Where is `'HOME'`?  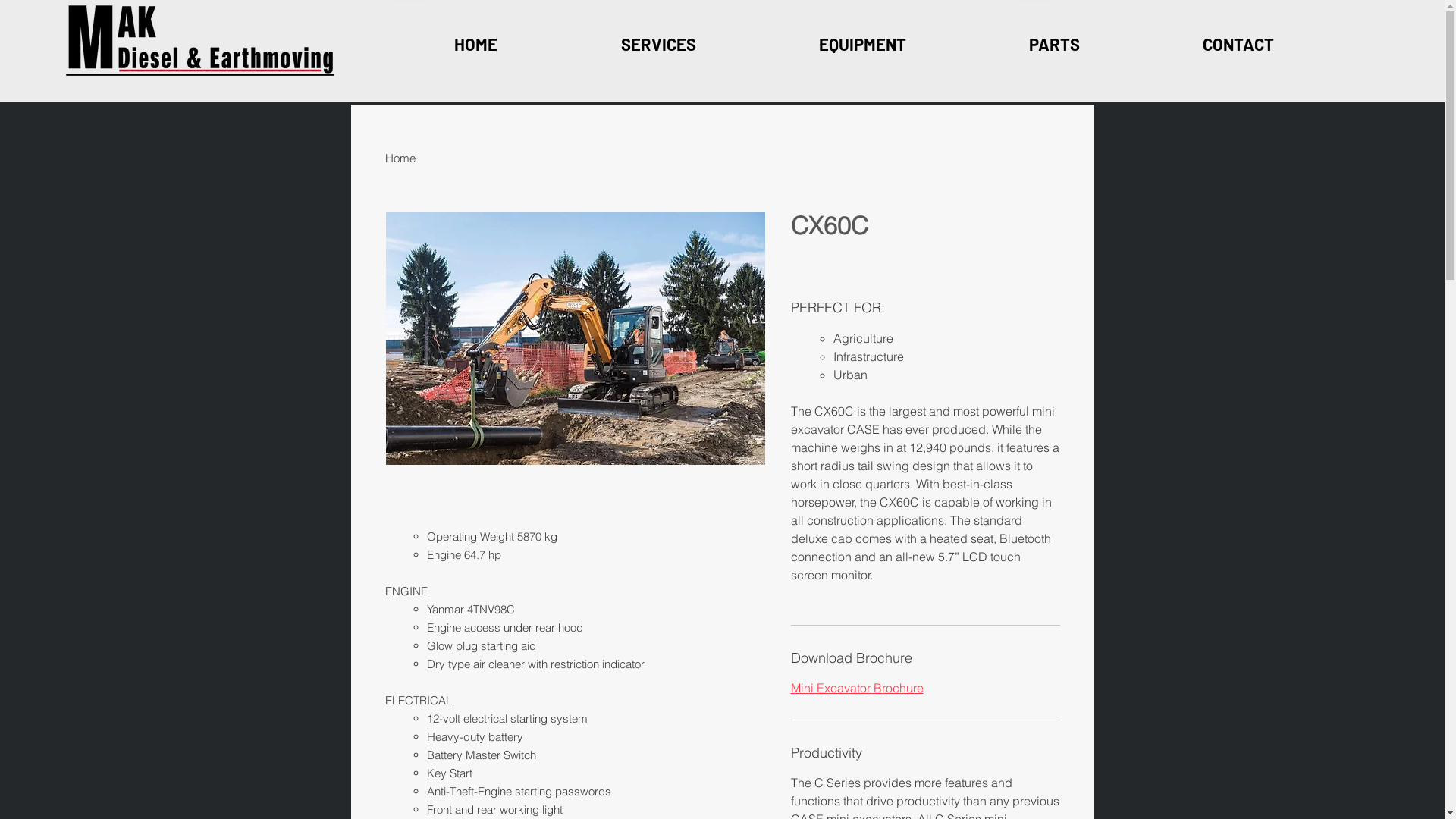
'HOME' is located at coordinates (475, 43).